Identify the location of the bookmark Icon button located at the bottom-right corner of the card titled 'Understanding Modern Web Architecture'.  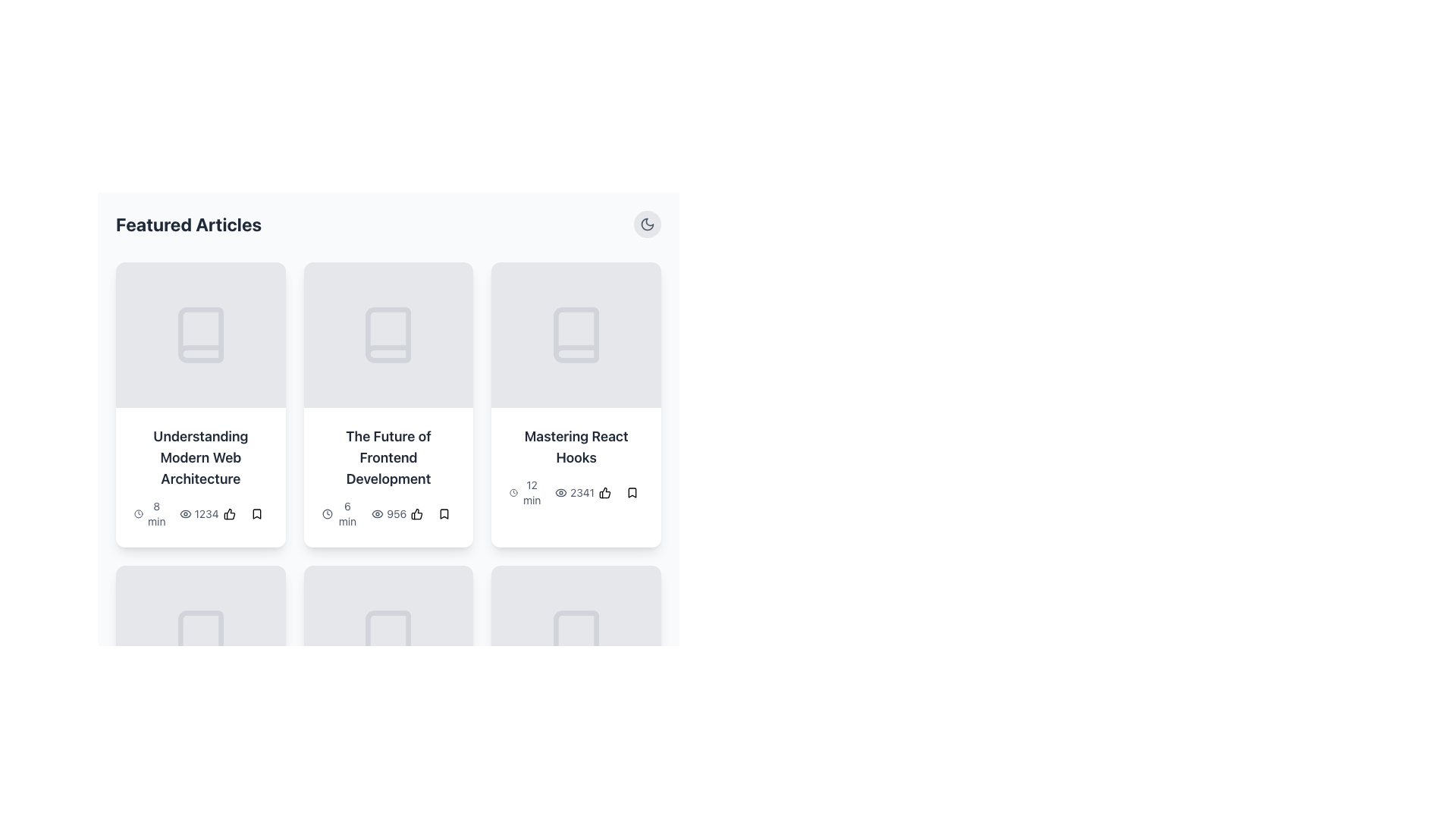
(256, 513).